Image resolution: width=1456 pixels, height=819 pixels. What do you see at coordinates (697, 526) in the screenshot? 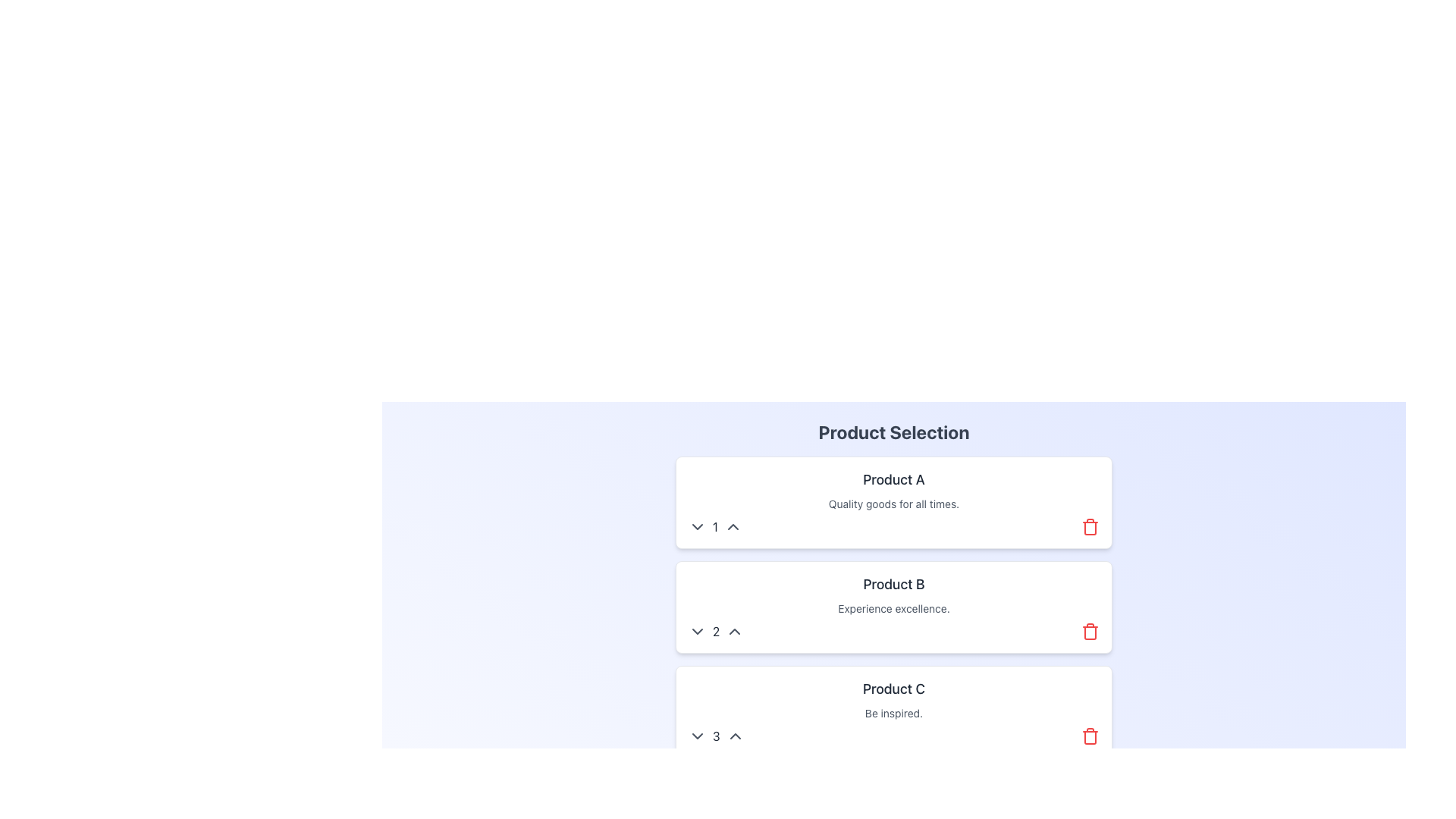
I see `the downward-pointing arrow icon of the Dropdown trigger button located in the top left of the 'Product A' card` at bounding box center [697, 526].